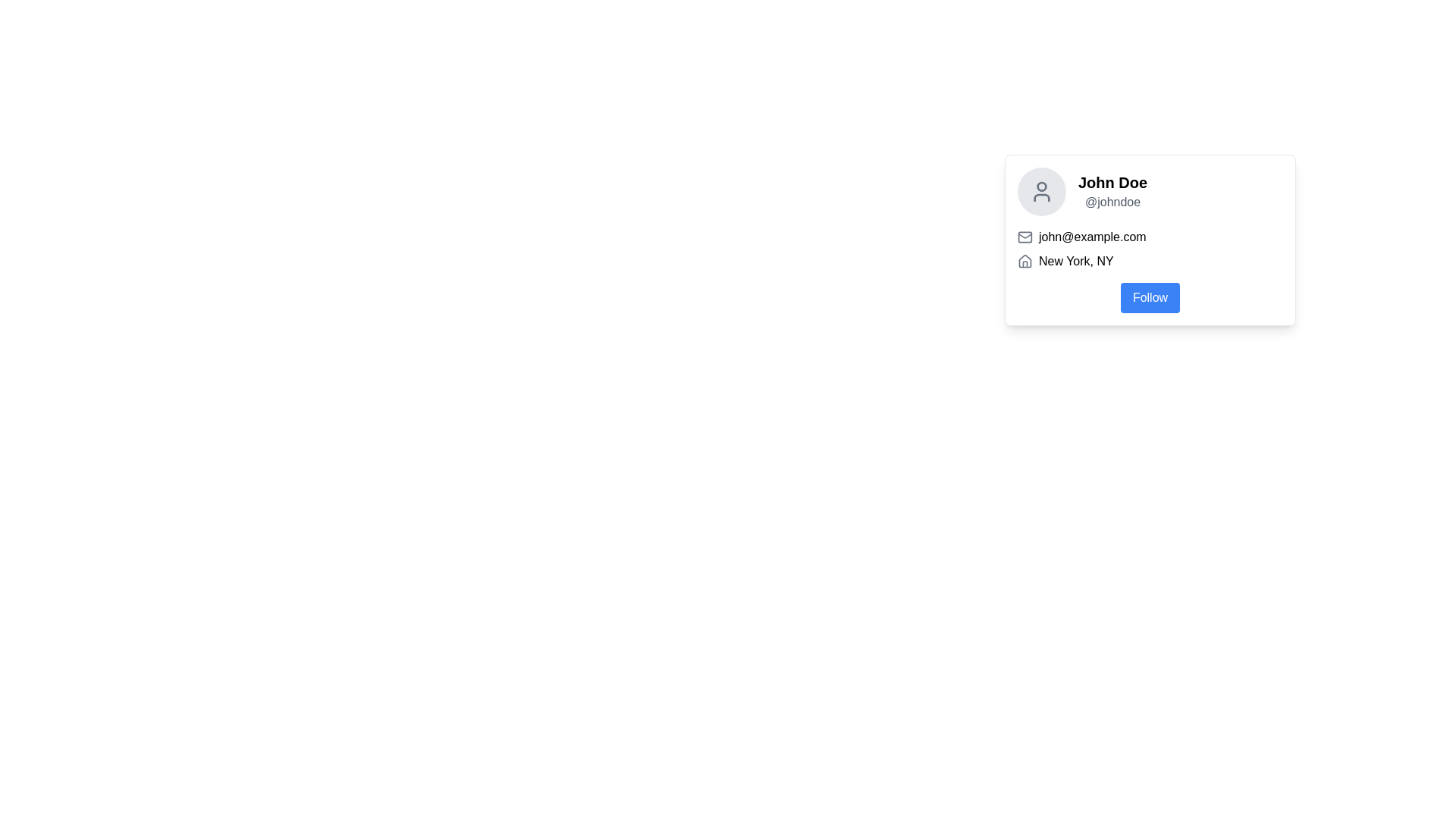  What do you see at coordinates (1025, 259) in the screenshot?
I see `the Decorative SVG house icon located adjacent to the text 'New York, NY'` at bounding box center [1025, 259].